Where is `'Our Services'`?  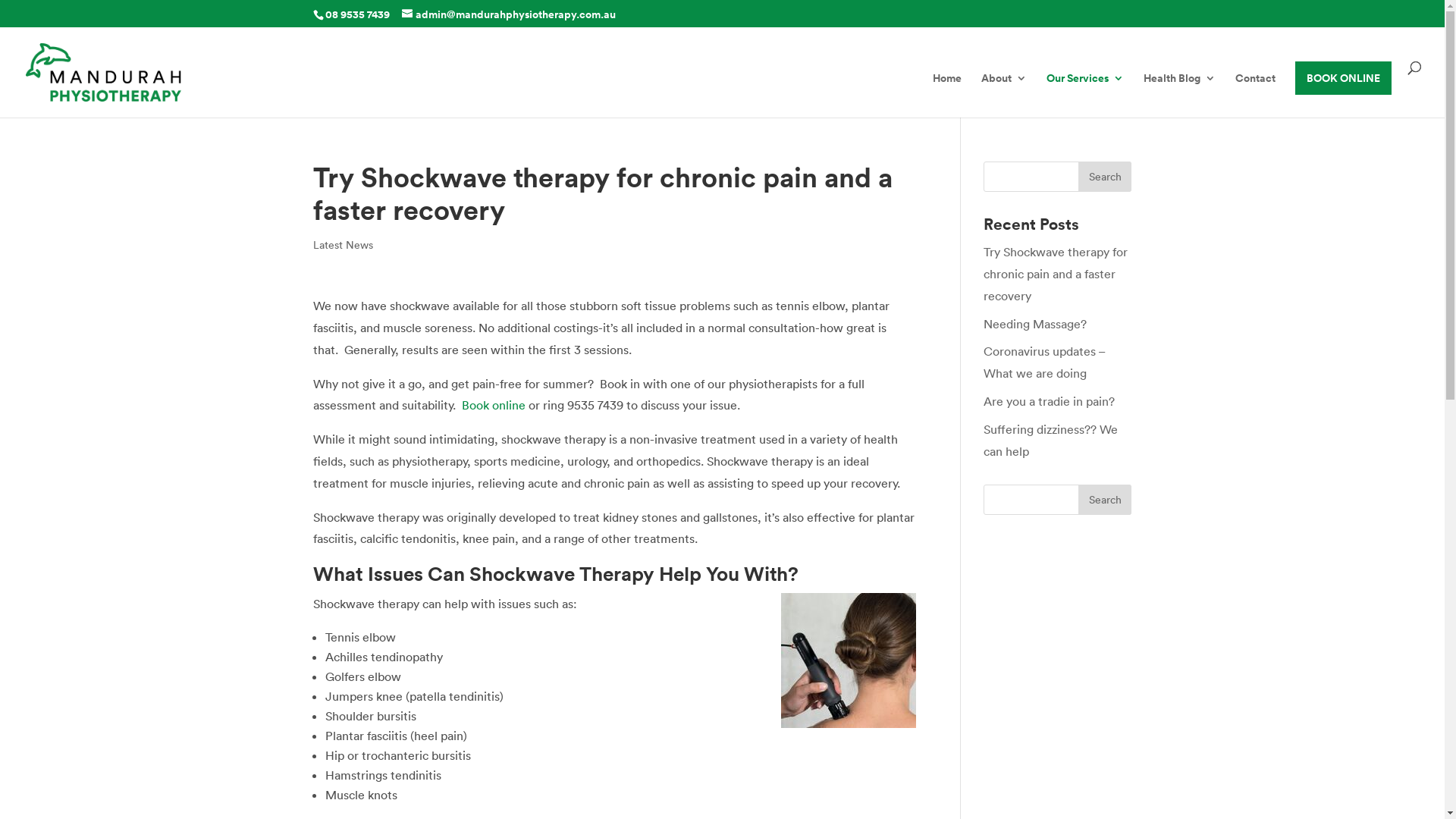 'Our Services' is located at coordinates (1046, 95).